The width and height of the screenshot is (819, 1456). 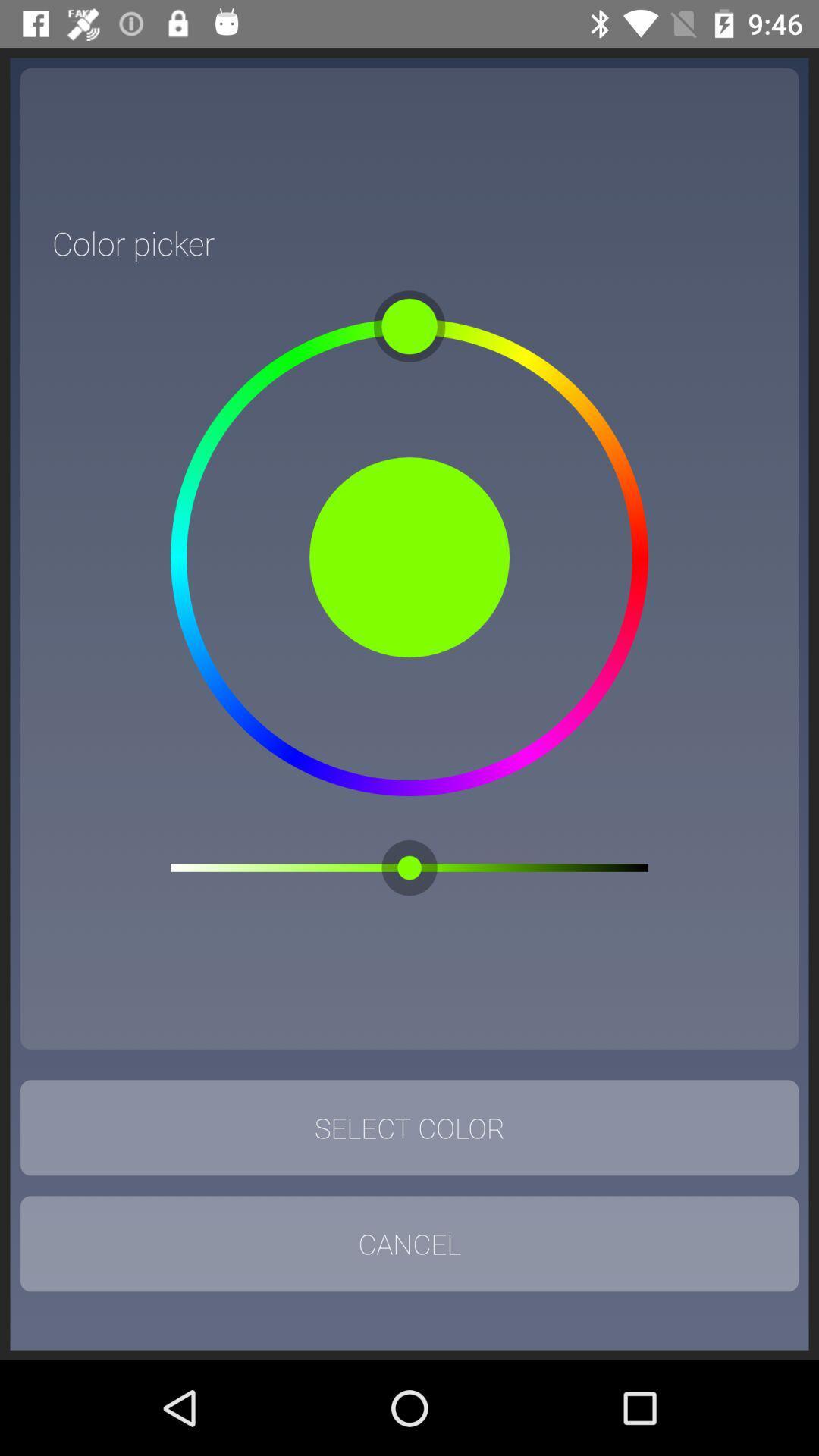 What do you see at coordinates (409, 1244) in the screenshot?
I see `the item below select color icon` at bounding box center [409, 1244].